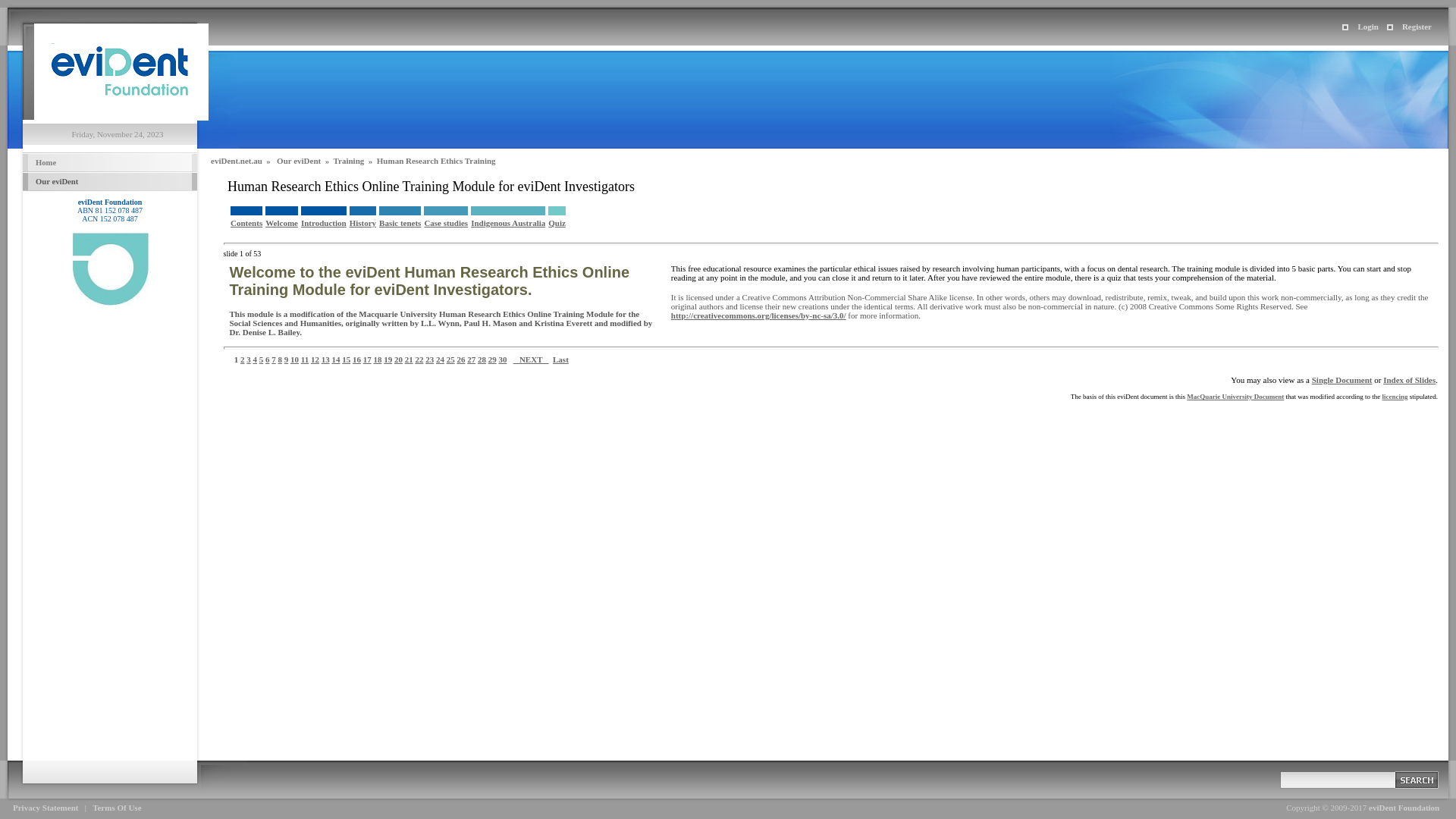 The height and width of the screenshot is (819, 1456). What do you see at coordinates (1310, 379) in the screenshot?
I see `'Single Document'` at bounding box center [1310, 379].